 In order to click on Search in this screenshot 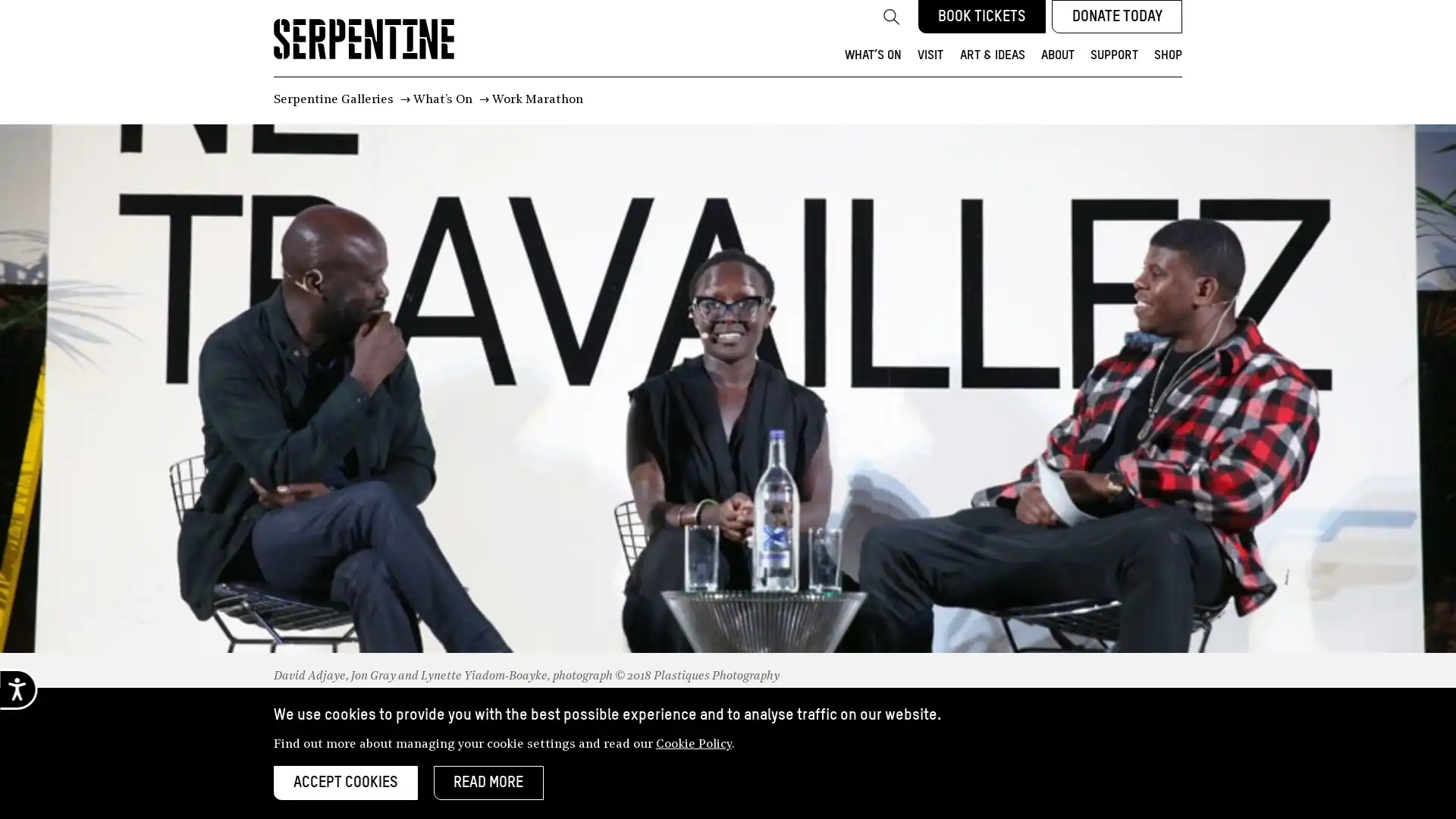, I will do `click(890, 17)`.